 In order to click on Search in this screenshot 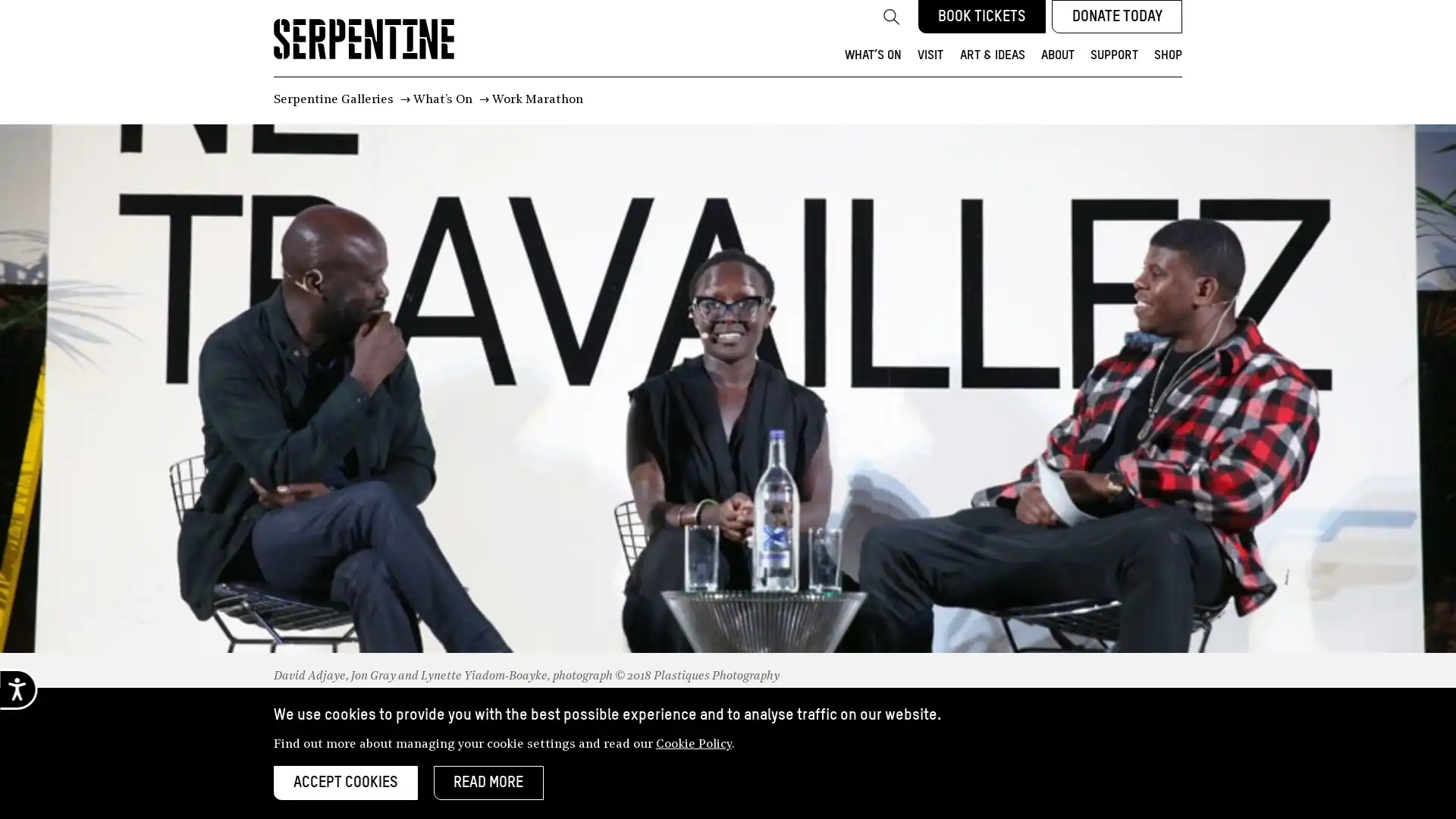, I will do `click(890, 17)`.